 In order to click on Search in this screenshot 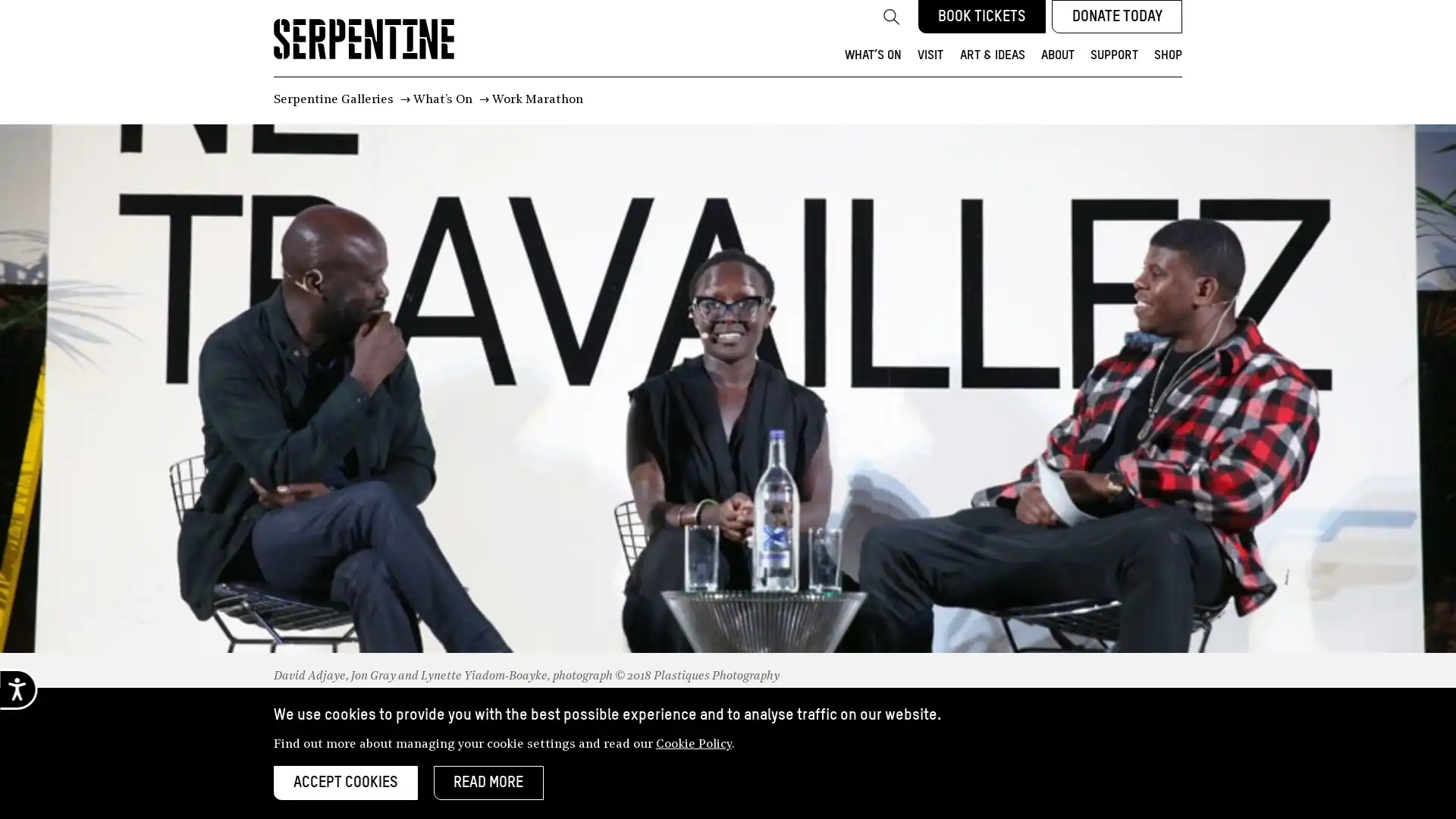, I will do `click(890, 17)`.